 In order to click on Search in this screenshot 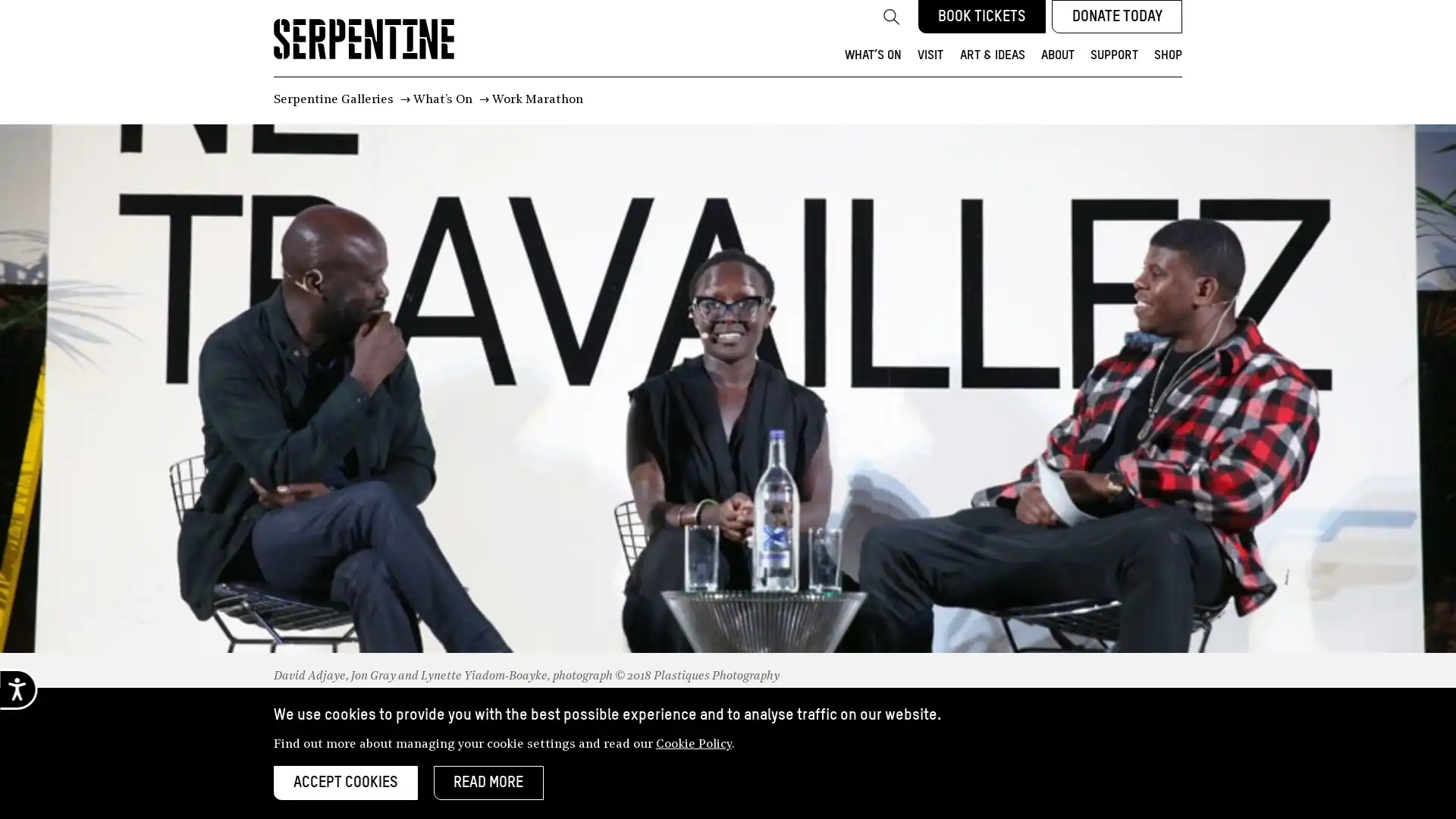, I will do `click(890, 17)`.